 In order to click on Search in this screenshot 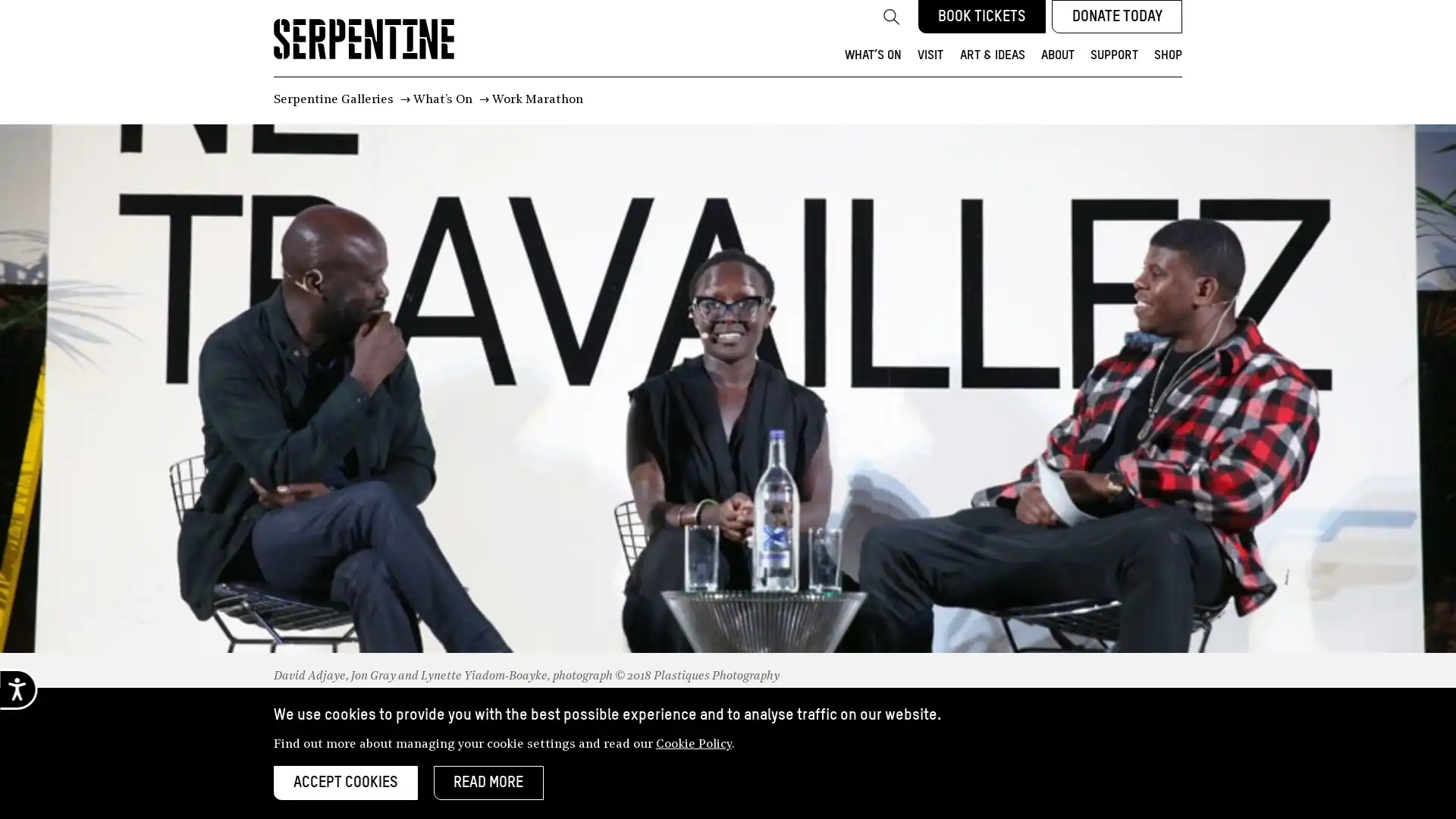, I will do `click(890, 17)`.